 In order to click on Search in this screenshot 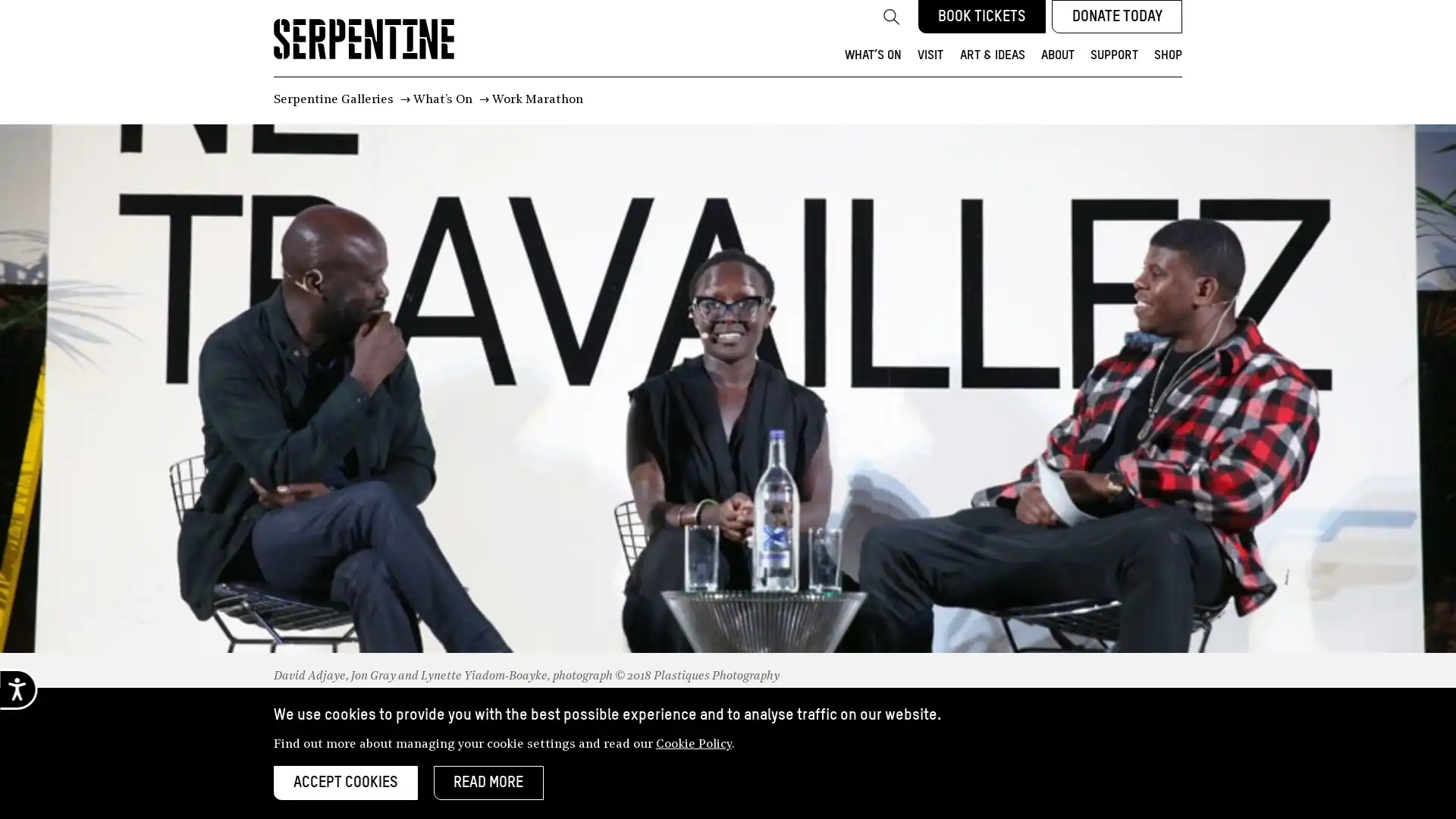, I will do `click(890, 17)`.